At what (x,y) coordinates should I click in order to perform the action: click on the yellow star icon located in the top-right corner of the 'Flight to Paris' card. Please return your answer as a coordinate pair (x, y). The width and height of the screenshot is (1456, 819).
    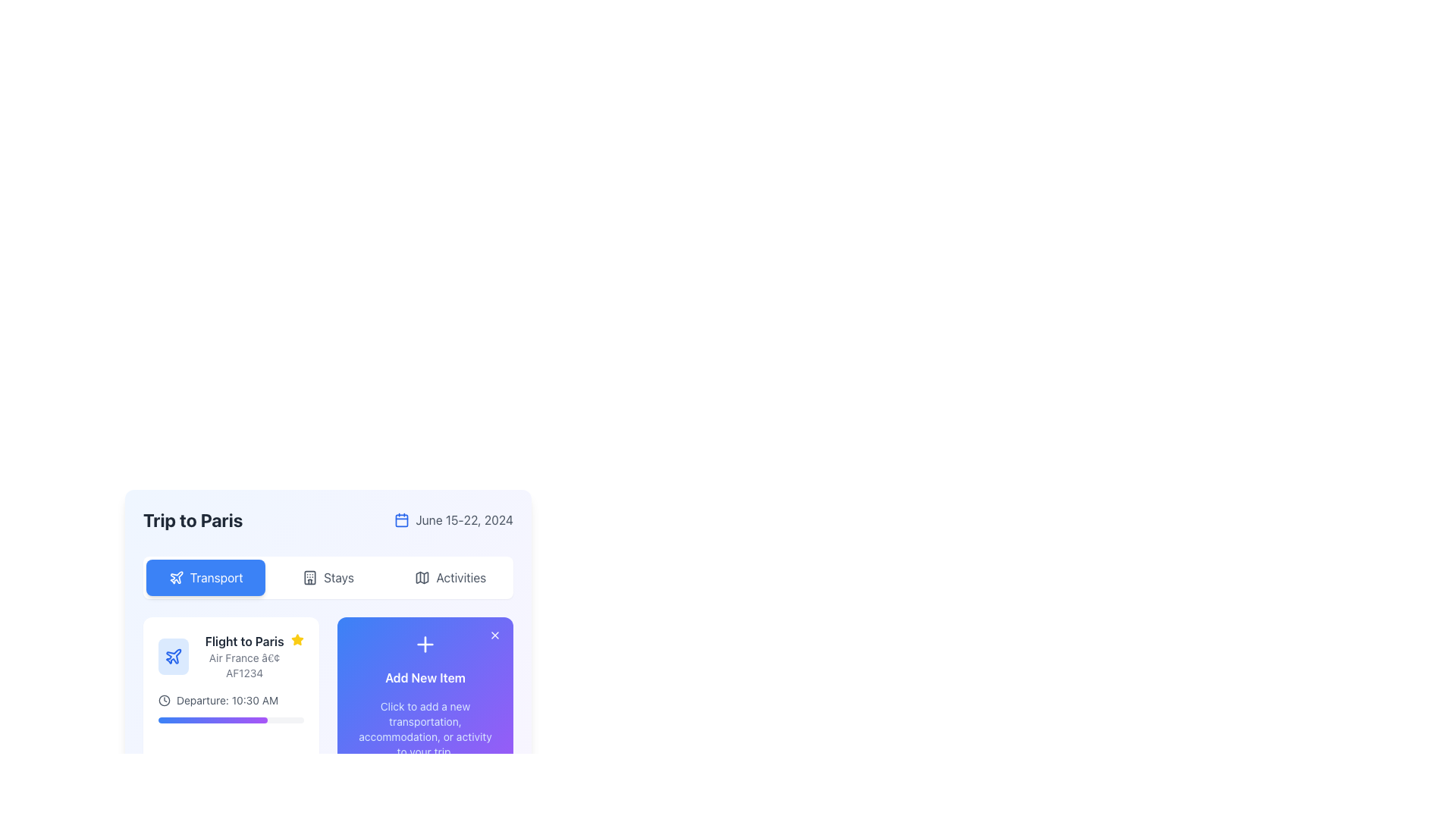
    Looking at the image, I should click on (297, 639).